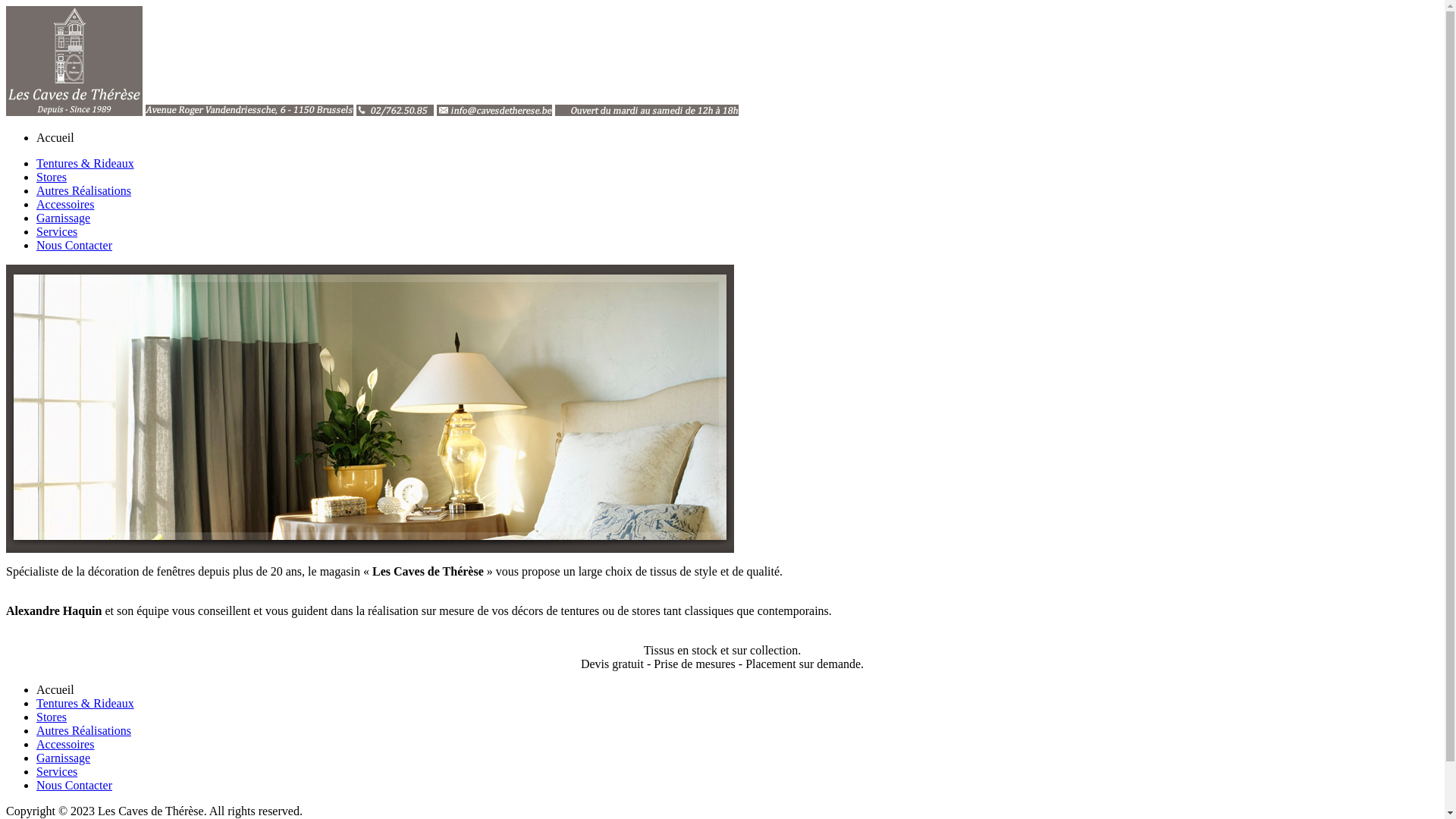 The image size is (1456, 819). What do you see at coordinates (73, 244) in the screenshot?
I see `'Nous Contacter'` at bounding box center [73, 244].